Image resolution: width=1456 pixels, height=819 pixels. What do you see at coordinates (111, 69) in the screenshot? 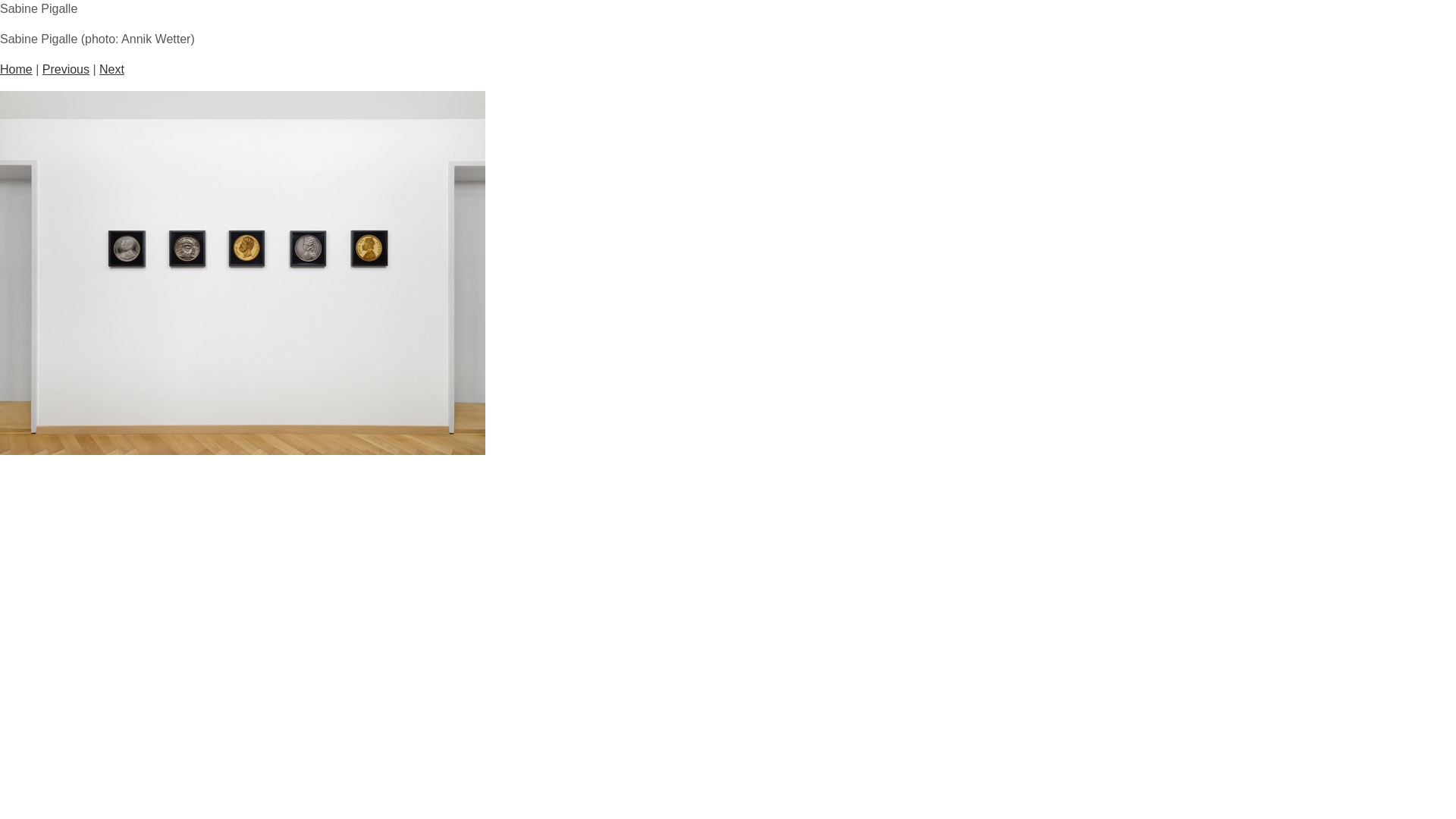
I see `'Next'` at bounding box center [111, 69].